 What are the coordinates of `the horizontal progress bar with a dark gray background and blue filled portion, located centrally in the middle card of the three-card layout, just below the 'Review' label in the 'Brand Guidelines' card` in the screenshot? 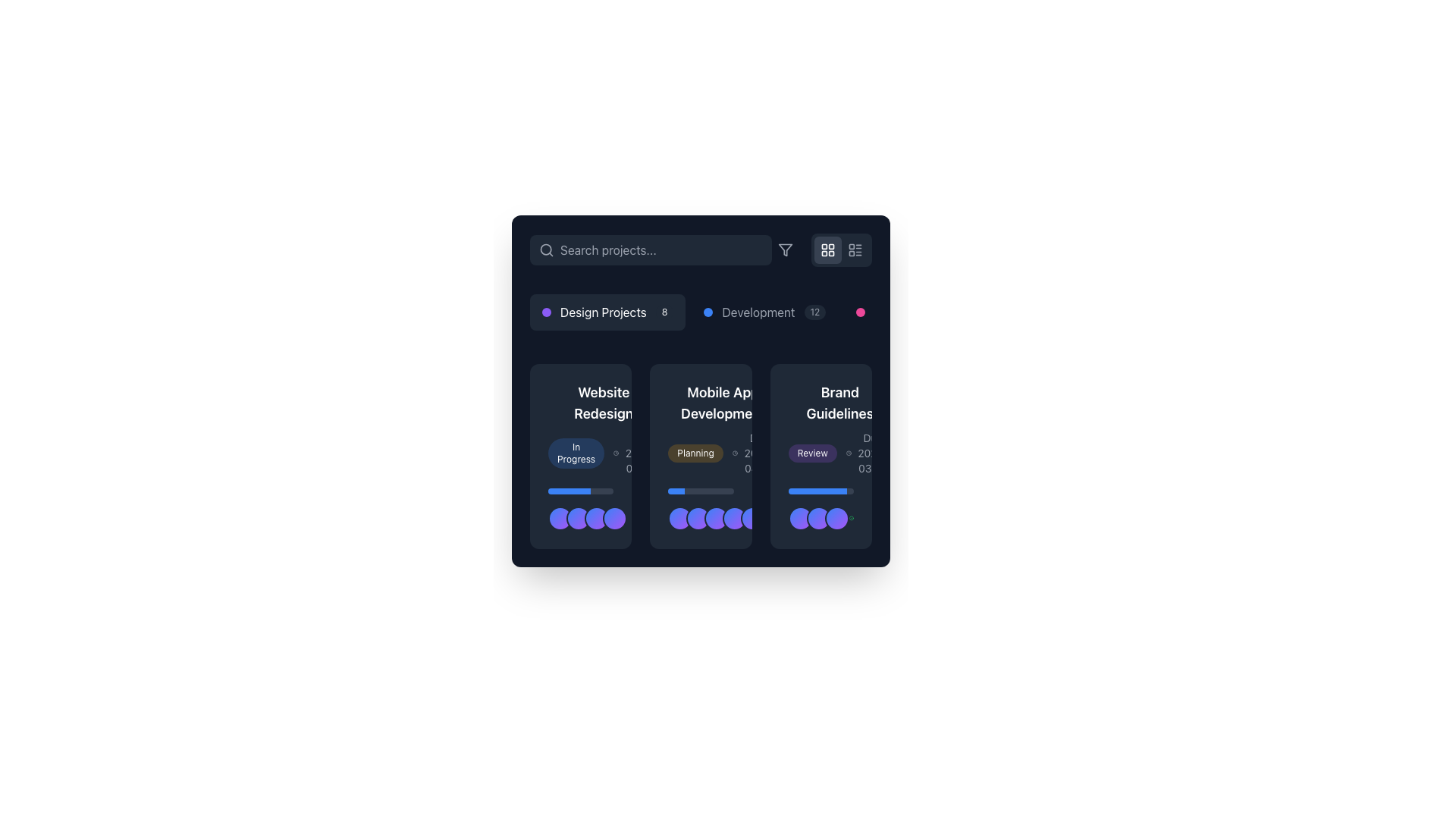 It's located at (820, 491).